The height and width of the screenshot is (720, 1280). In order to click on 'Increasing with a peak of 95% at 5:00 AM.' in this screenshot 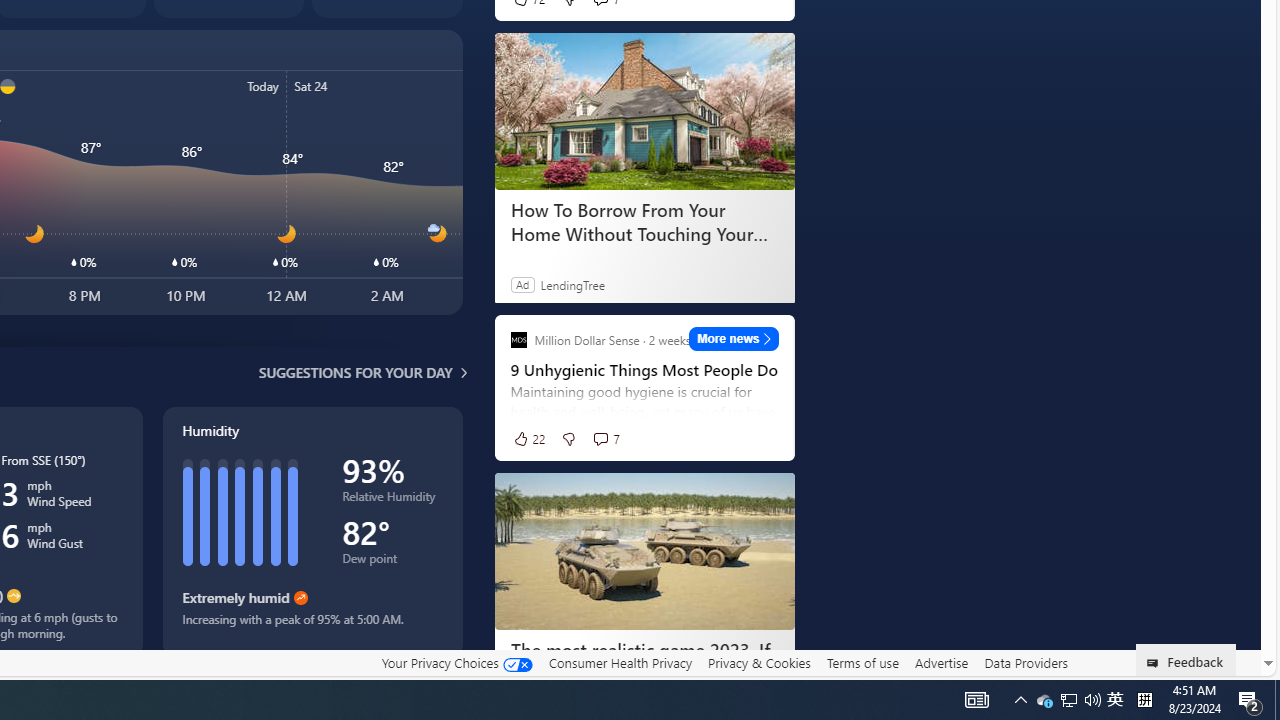, I will do `click(311, 626)`.